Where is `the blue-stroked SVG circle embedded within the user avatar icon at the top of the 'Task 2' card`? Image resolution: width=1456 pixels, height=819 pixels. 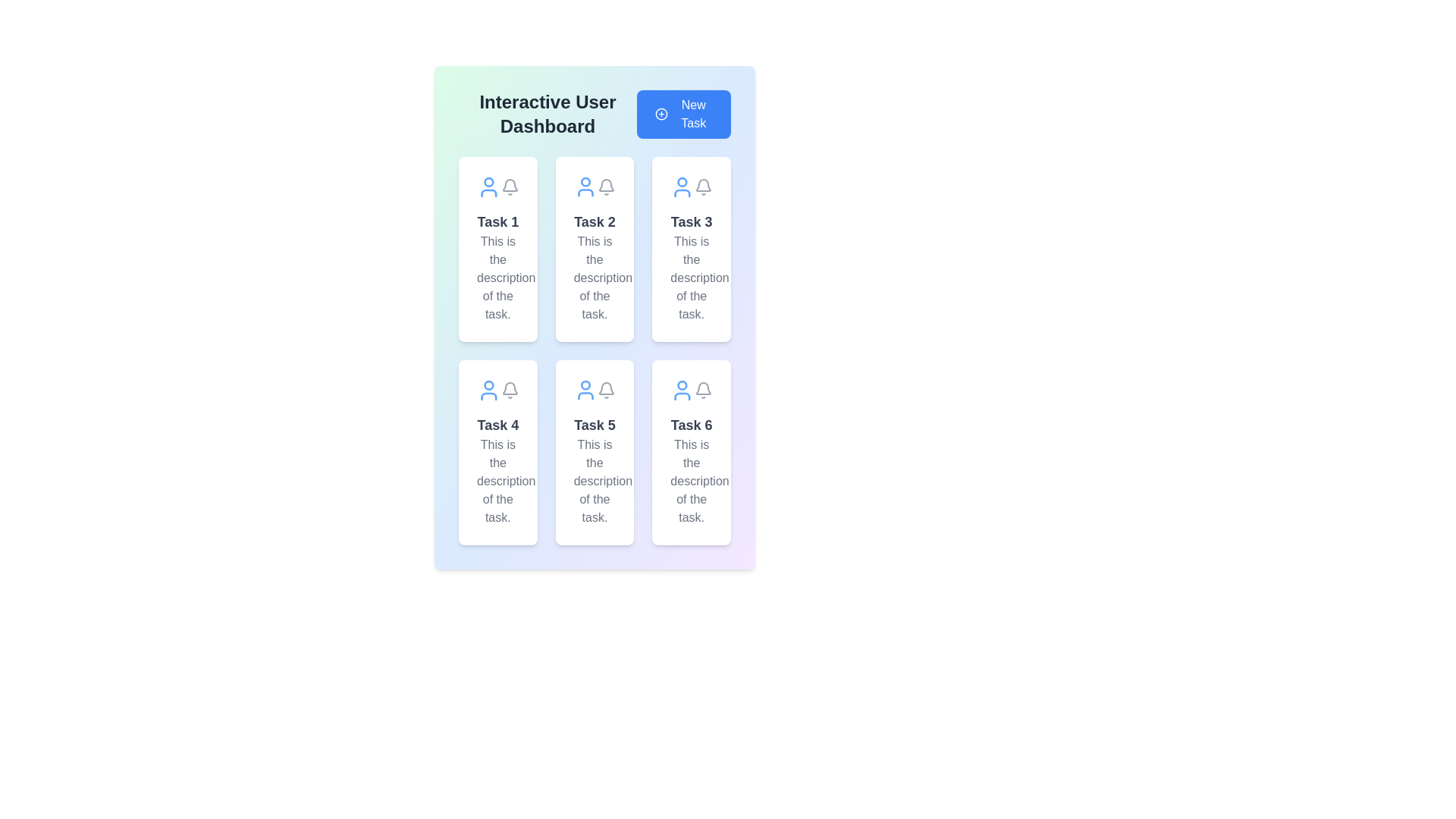
the blue-stroked SVG circle embedded within the user avatar icon at the top of the 'Task 2' card is located at coordinates (585, 181).